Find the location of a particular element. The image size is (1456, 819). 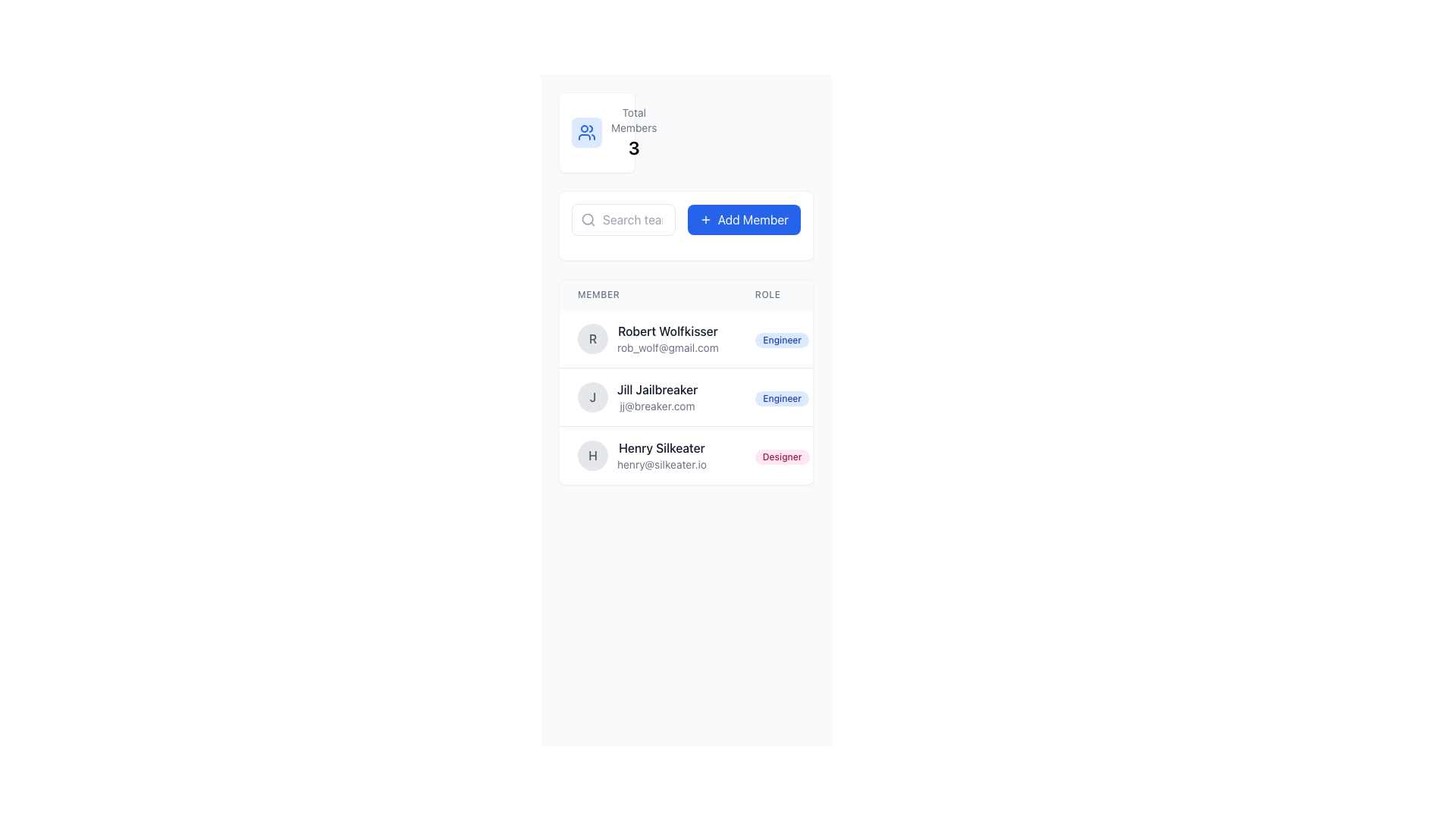

the text-based information block displaying the name and email address of the member, located below 'Robert Wolfkisser' and above 'Henry Silkeater' is located at coordinates (657, 397).